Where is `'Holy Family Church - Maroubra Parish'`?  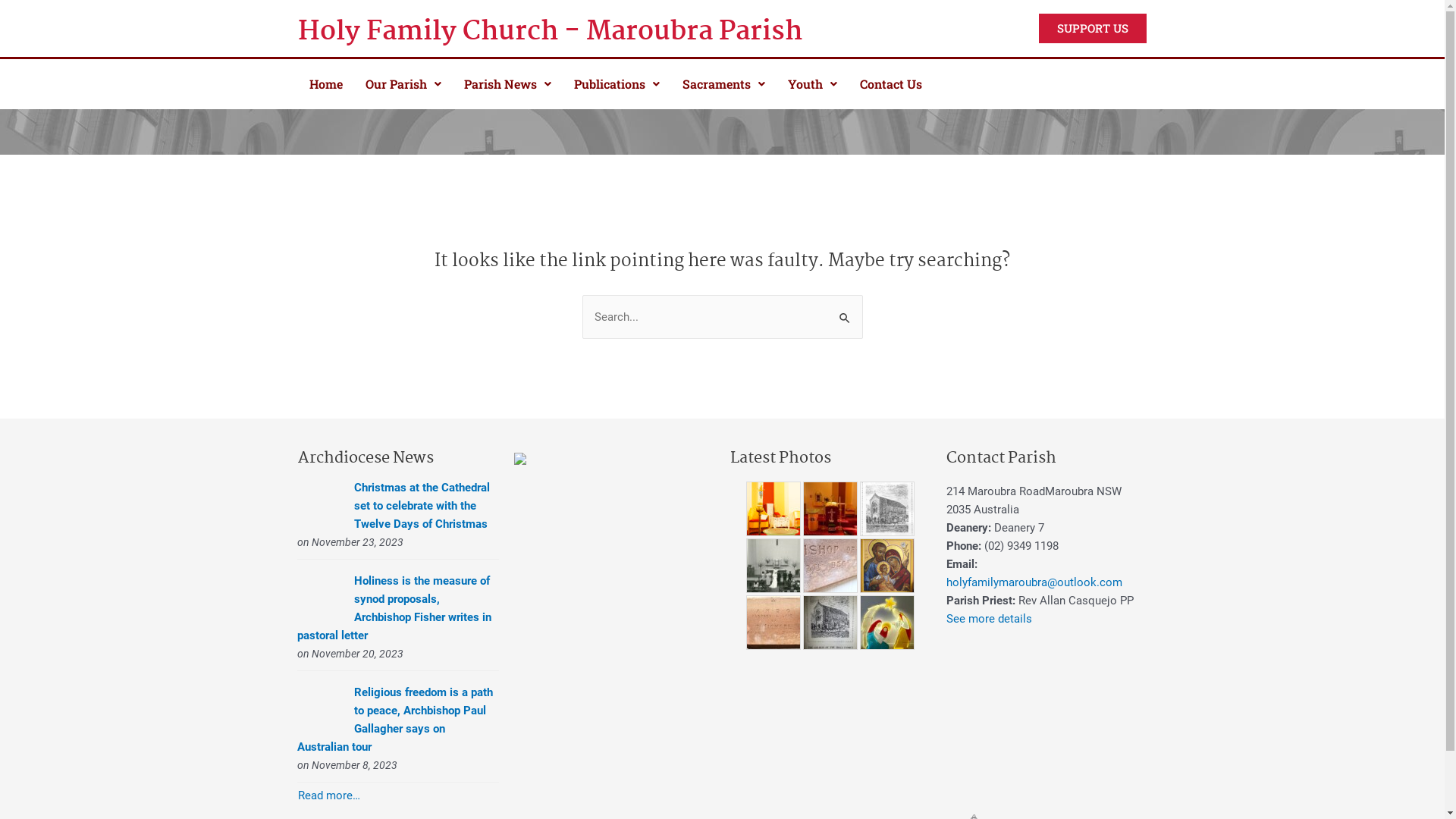 'Holy Family Church - Maroubra Parish' is located at coordinates (577, 32).